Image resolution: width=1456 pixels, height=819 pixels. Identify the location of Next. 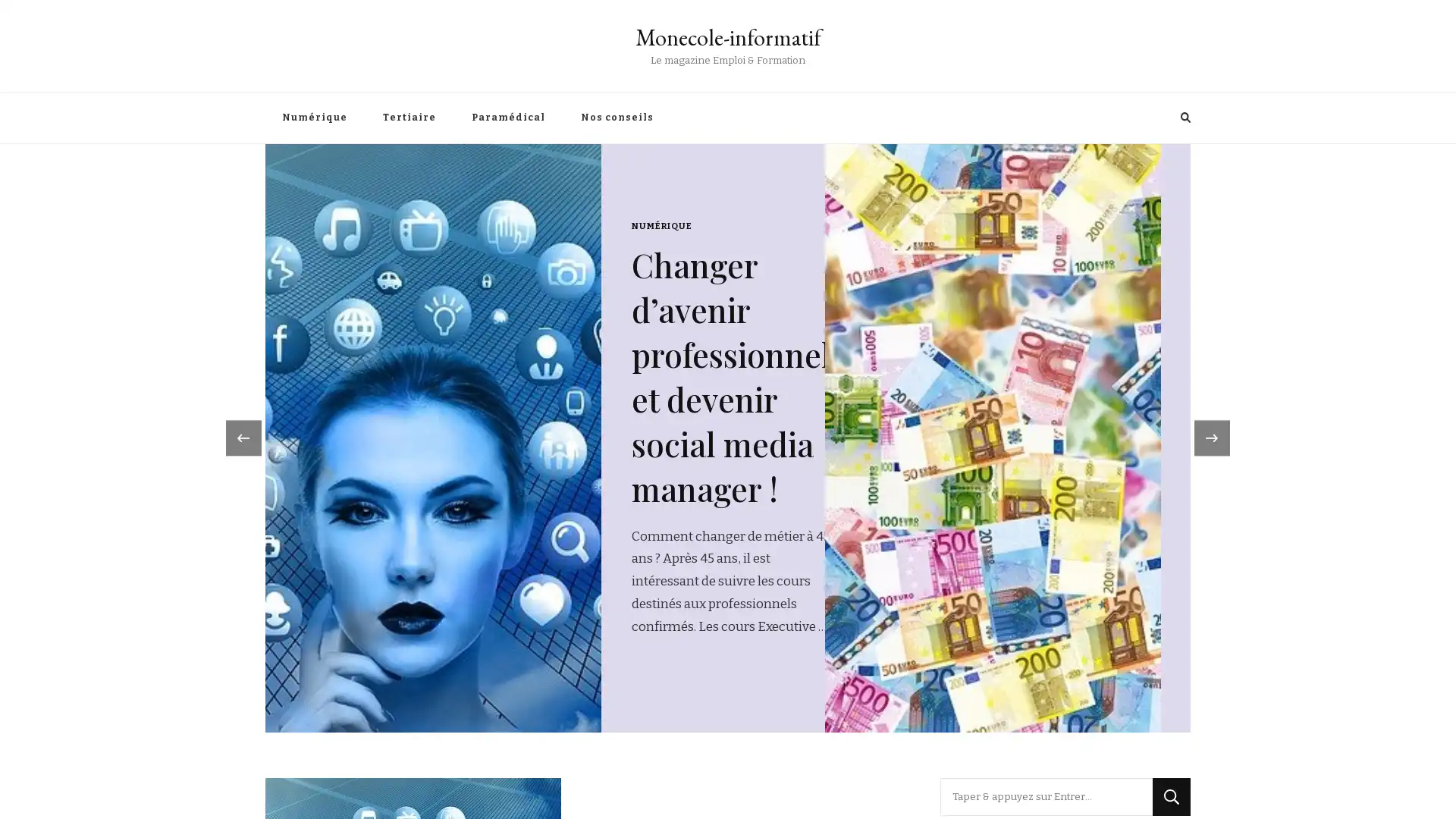
(1216, 371).